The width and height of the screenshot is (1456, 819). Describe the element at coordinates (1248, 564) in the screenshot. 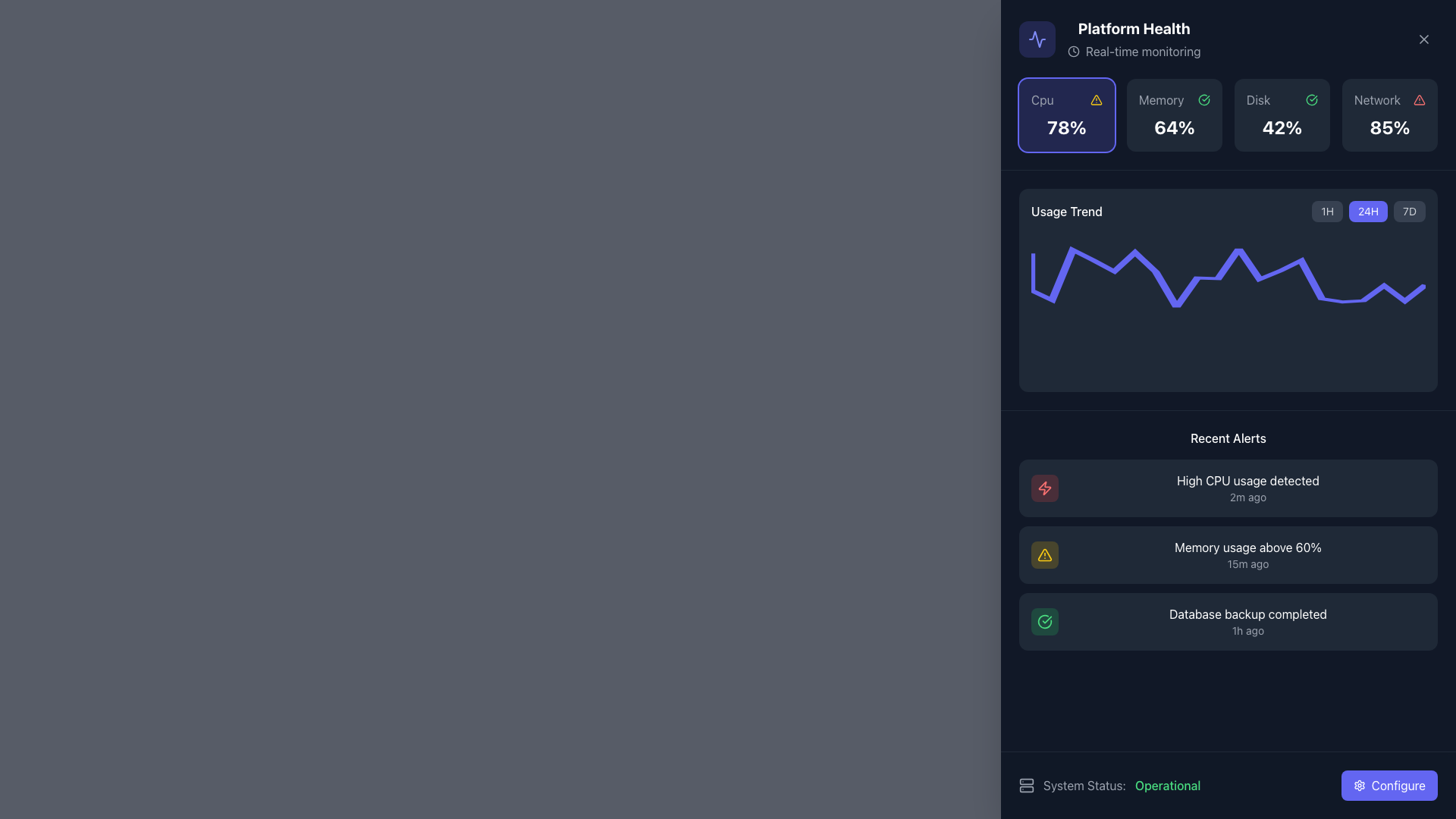

I see `the small text label displaying '15m ago' in gray color, positioned below the 'Memory usage above 60%' text within the alert box titled 'Memory usage above 60%.'` at that location.